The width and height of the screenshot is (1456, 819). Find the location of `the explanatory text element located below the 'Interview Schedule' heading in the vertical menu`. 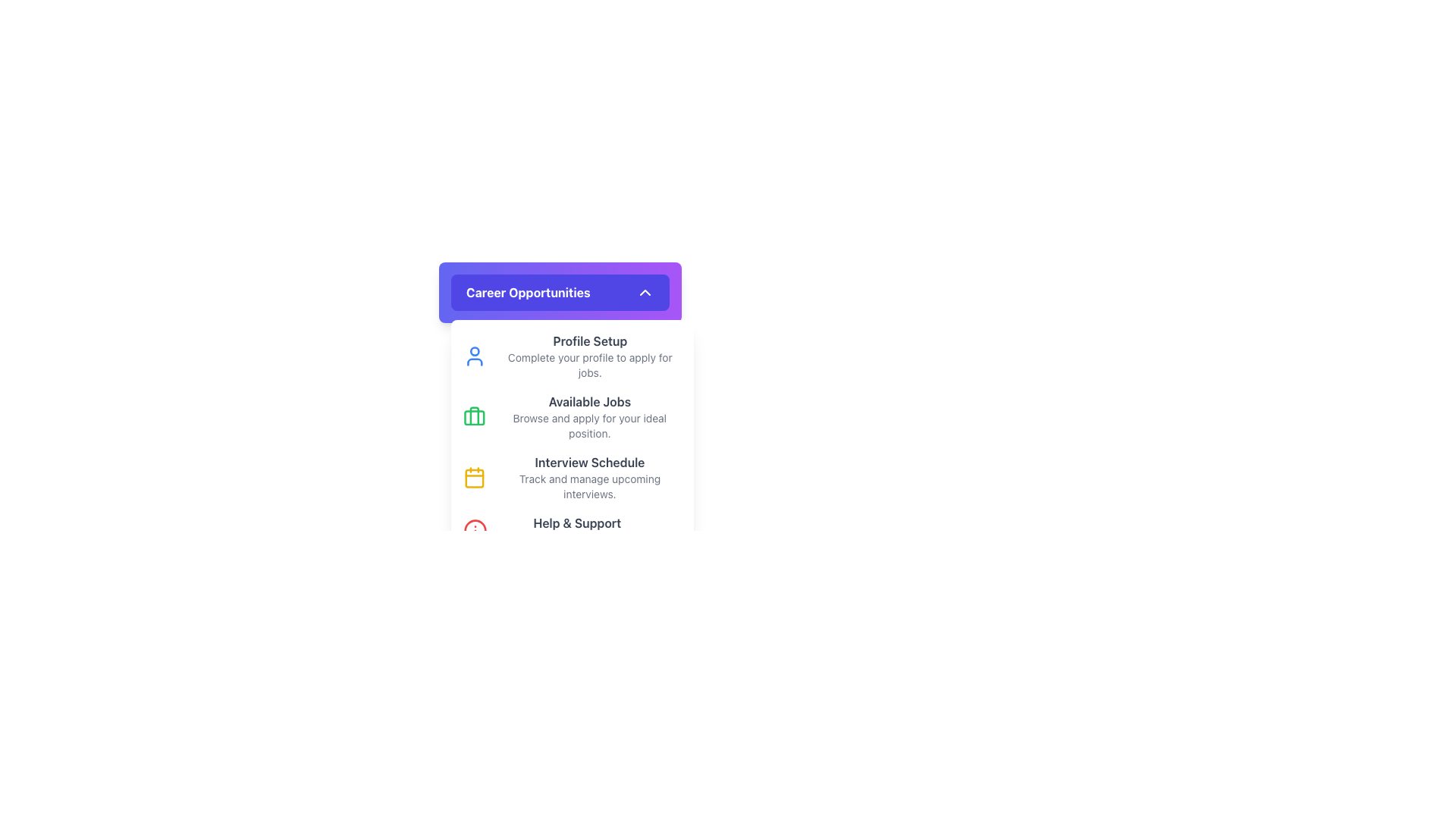

the explanatory text element located below the 'Interview Schedule' heading in the vertical menu is located at coordinates (588, 486).